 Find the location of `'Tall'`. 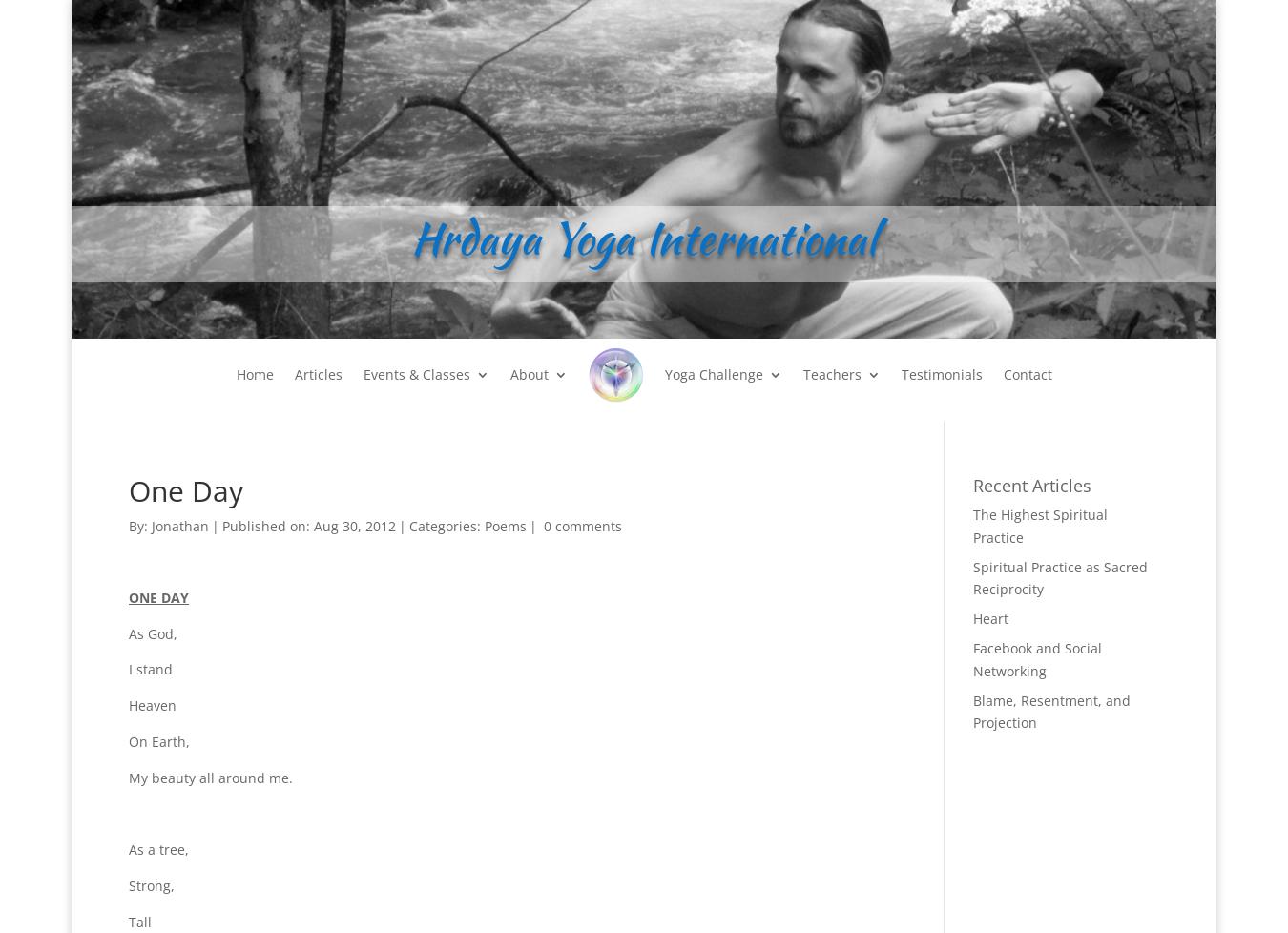

'Tall' is located at coordinates (140, 920).